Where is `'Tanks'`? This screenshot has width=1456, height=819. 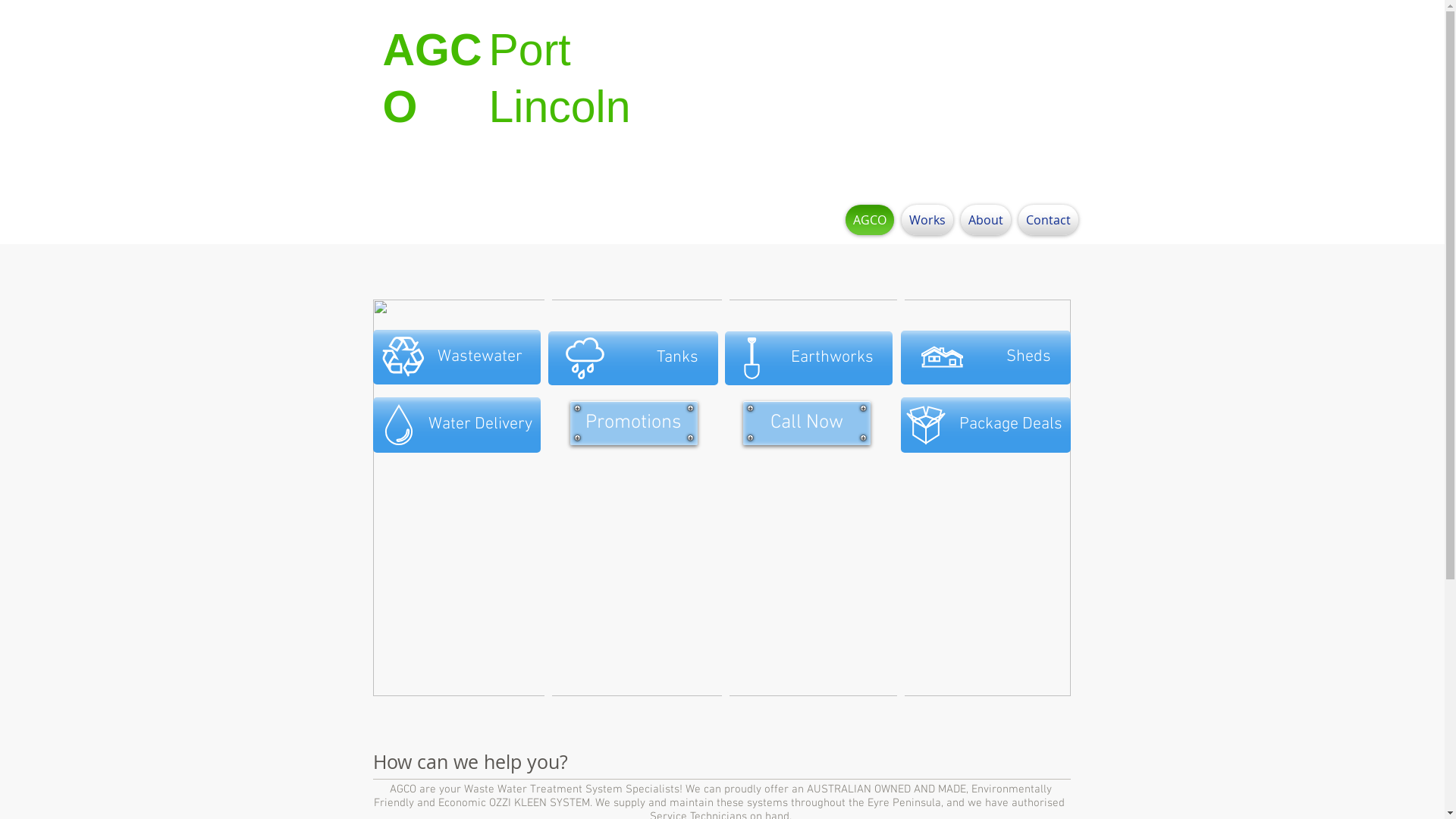 'Tanks' is located at coordinates (632, 358).